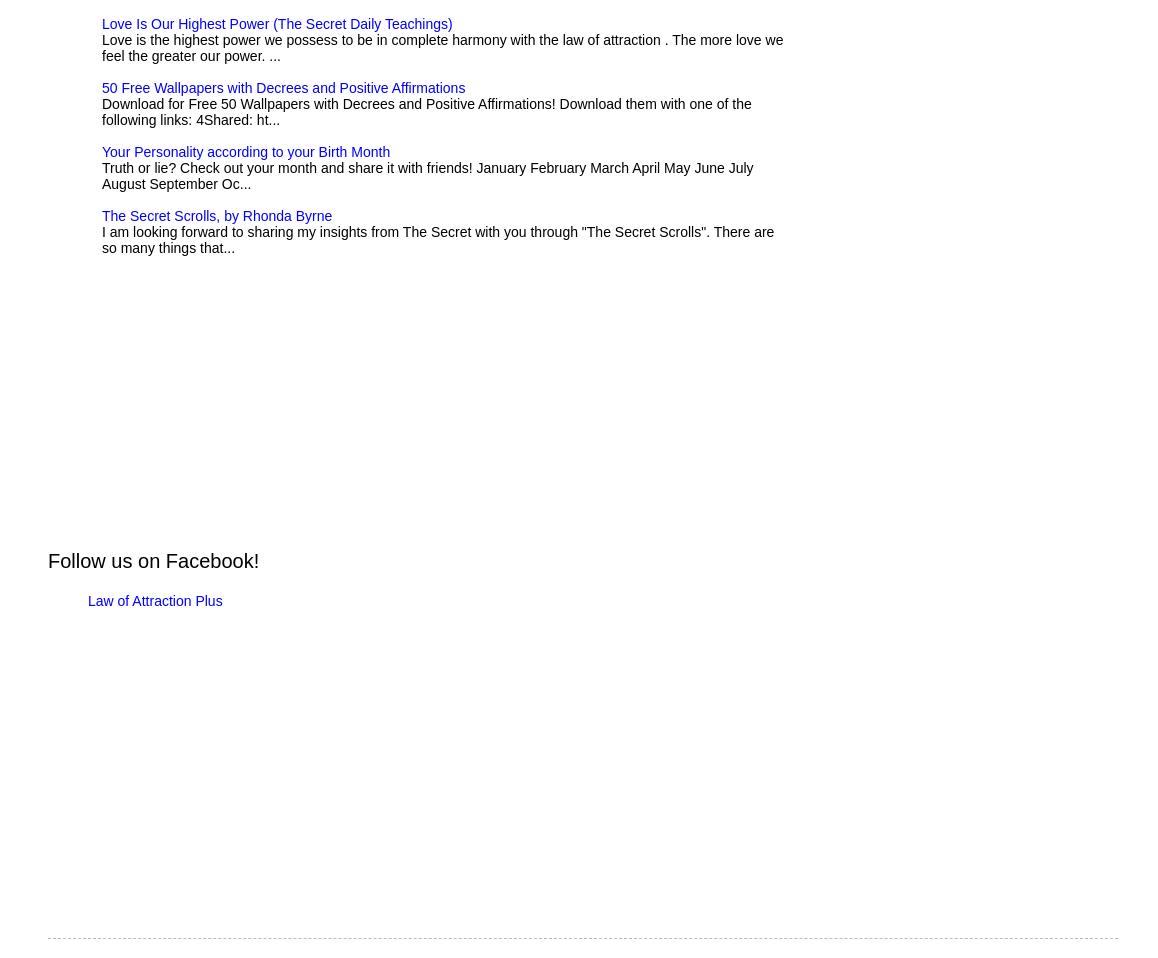 The height and width of the screenshot is (958, 1158). I want to click on 'Follow us on Facebook!', so click(152, 561).